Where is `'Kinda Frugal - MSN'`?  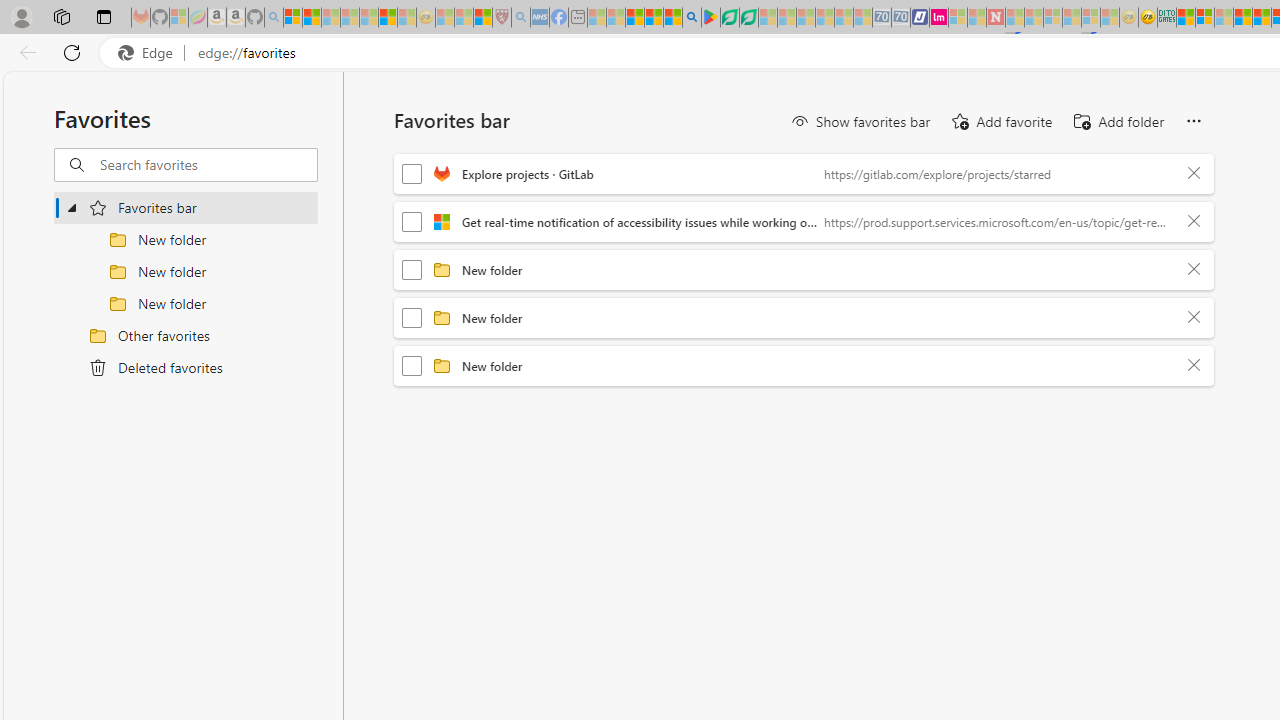 'Kinda Frugal - MSN' is located at coordinates (1261, 17).